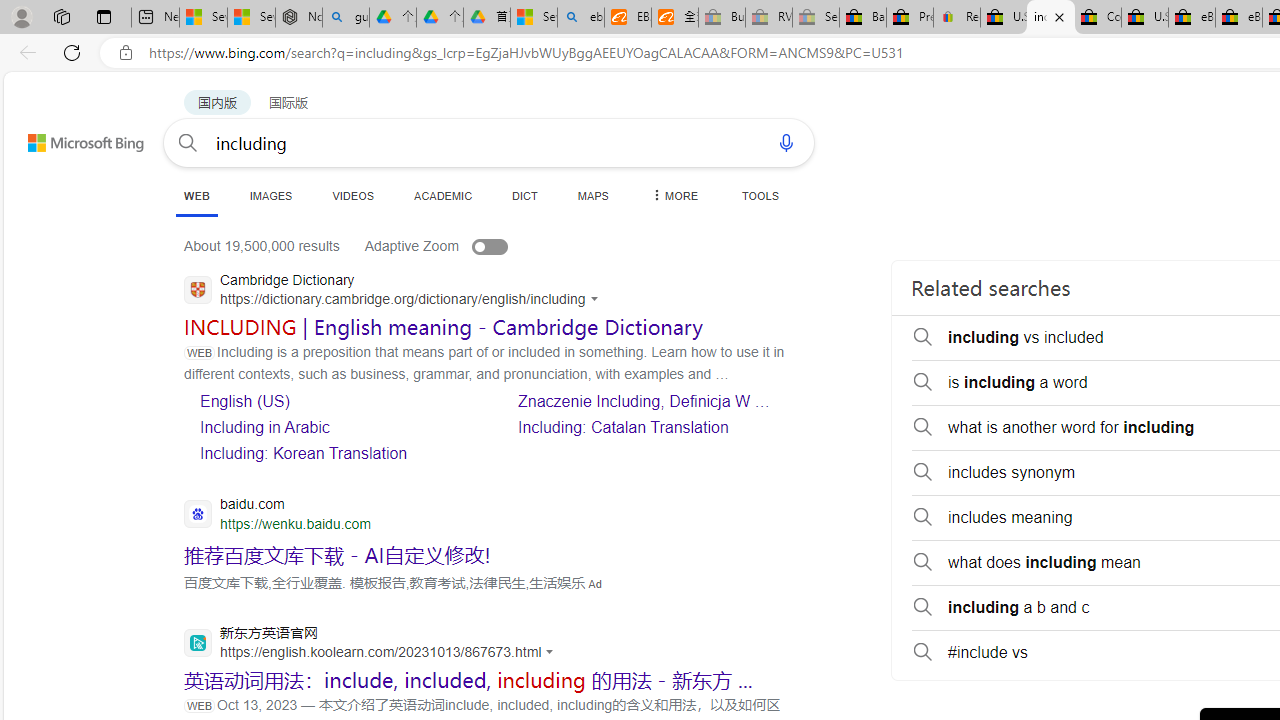  I want to click on 'TOOLS', so click(759, 195).